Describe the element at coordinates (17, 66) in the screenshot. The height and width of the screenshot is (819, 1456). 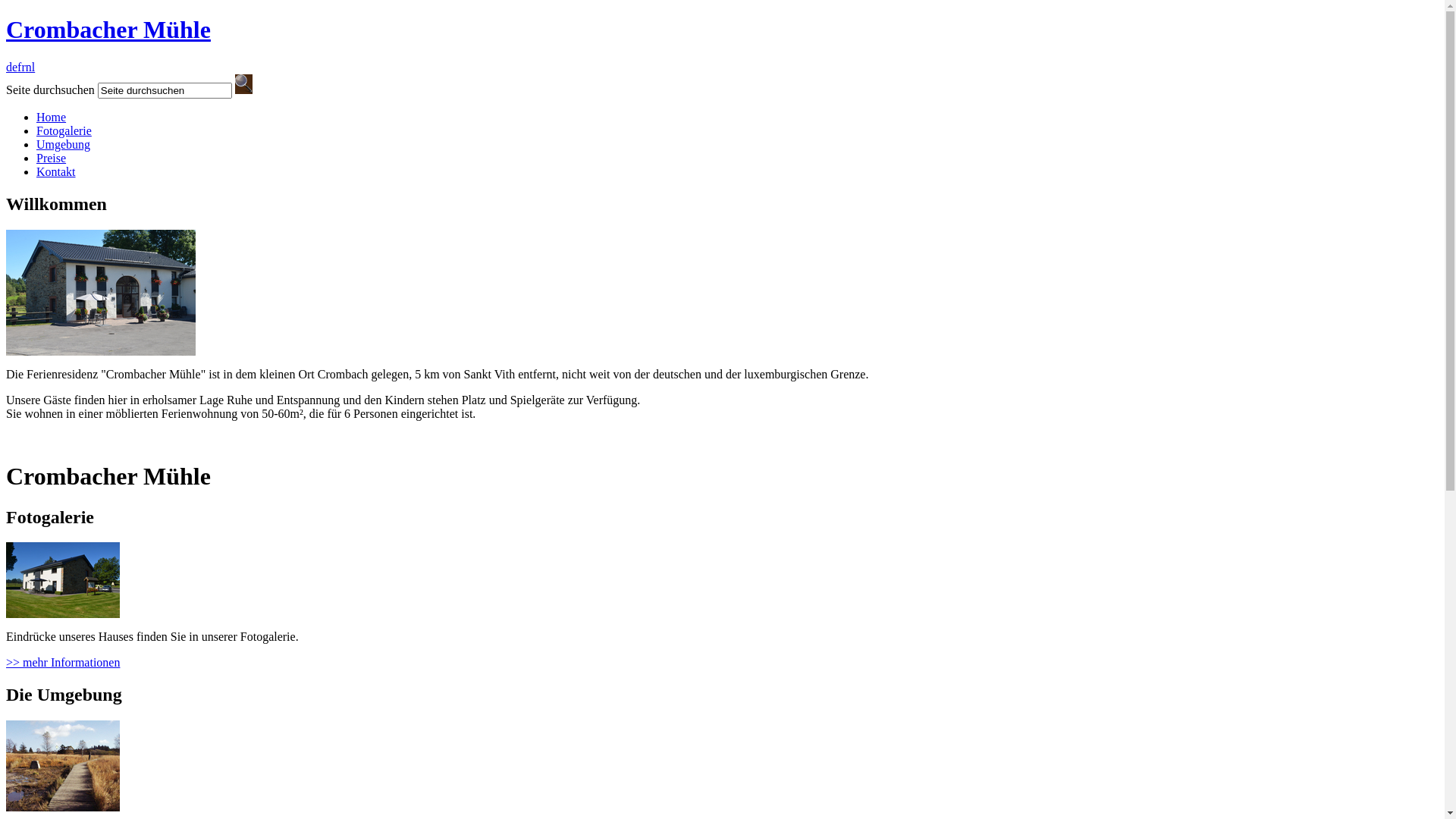
I see `'fr'` at that location.